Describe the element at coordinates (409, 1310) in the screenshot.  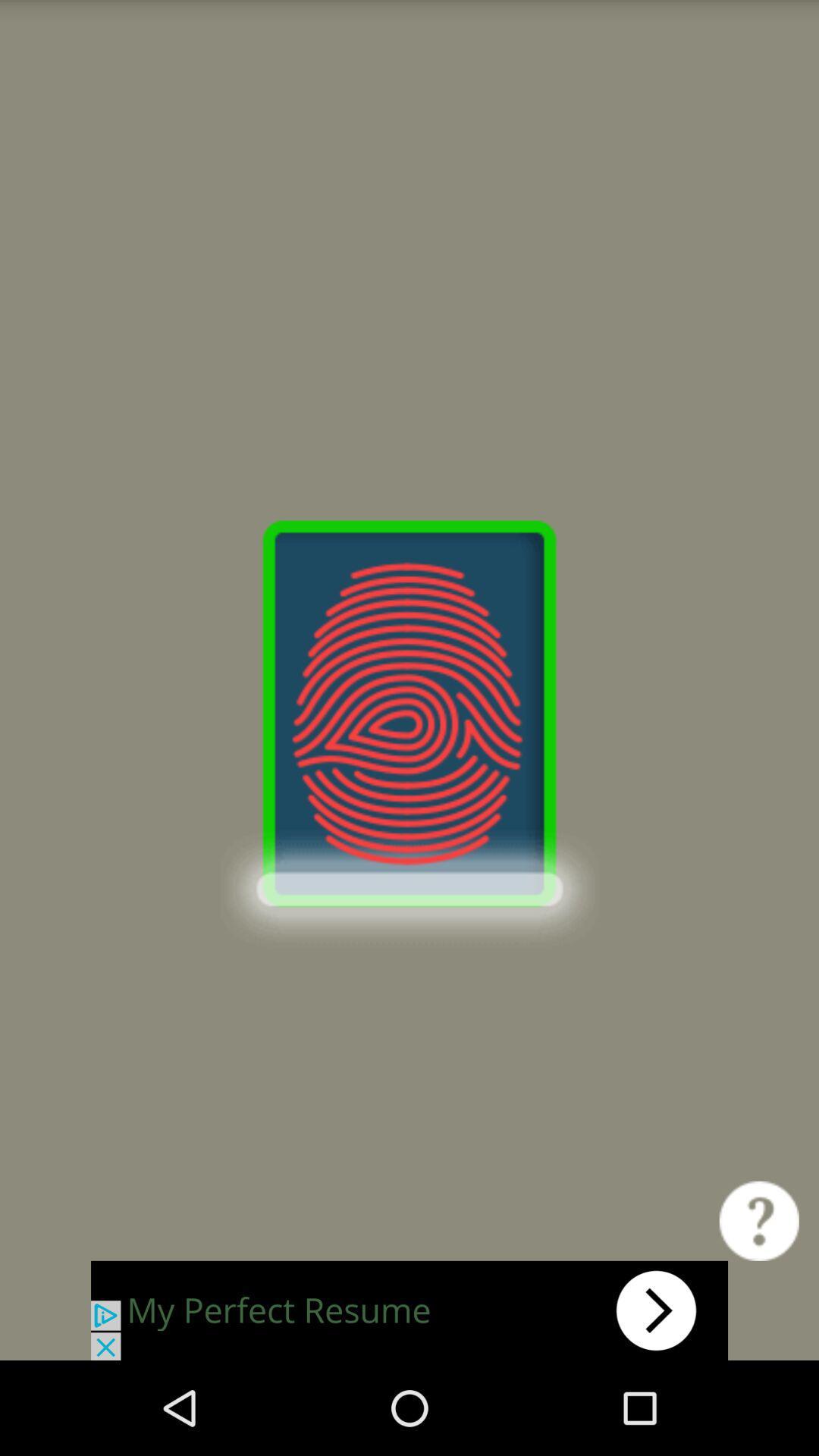
I see `option` at that location.